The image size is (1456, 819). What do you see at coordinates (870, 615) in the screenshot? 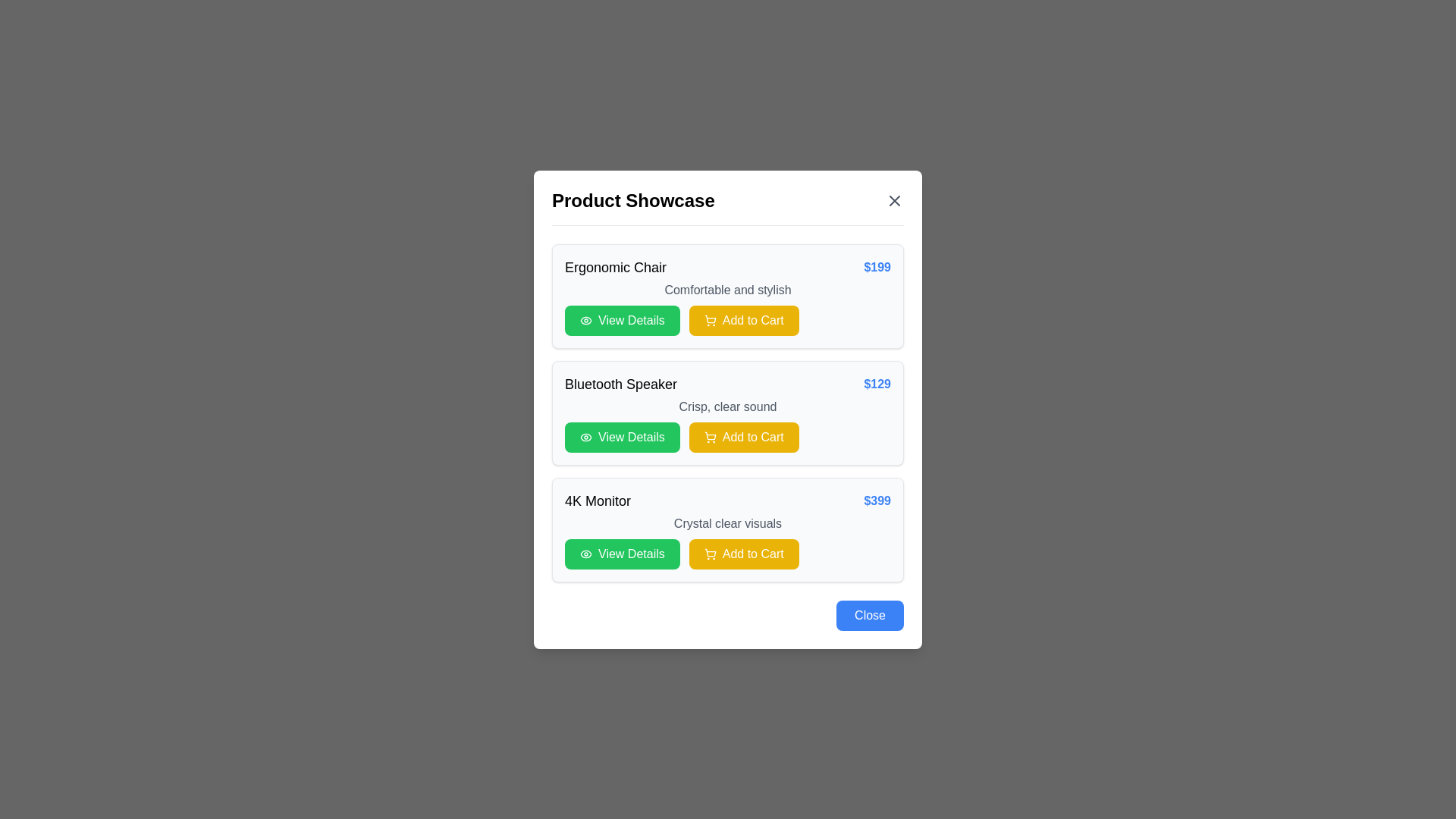
I see `the 'Close' button located in the bottom-right corner of the modal dialog box` at bounding box center [870, 615].